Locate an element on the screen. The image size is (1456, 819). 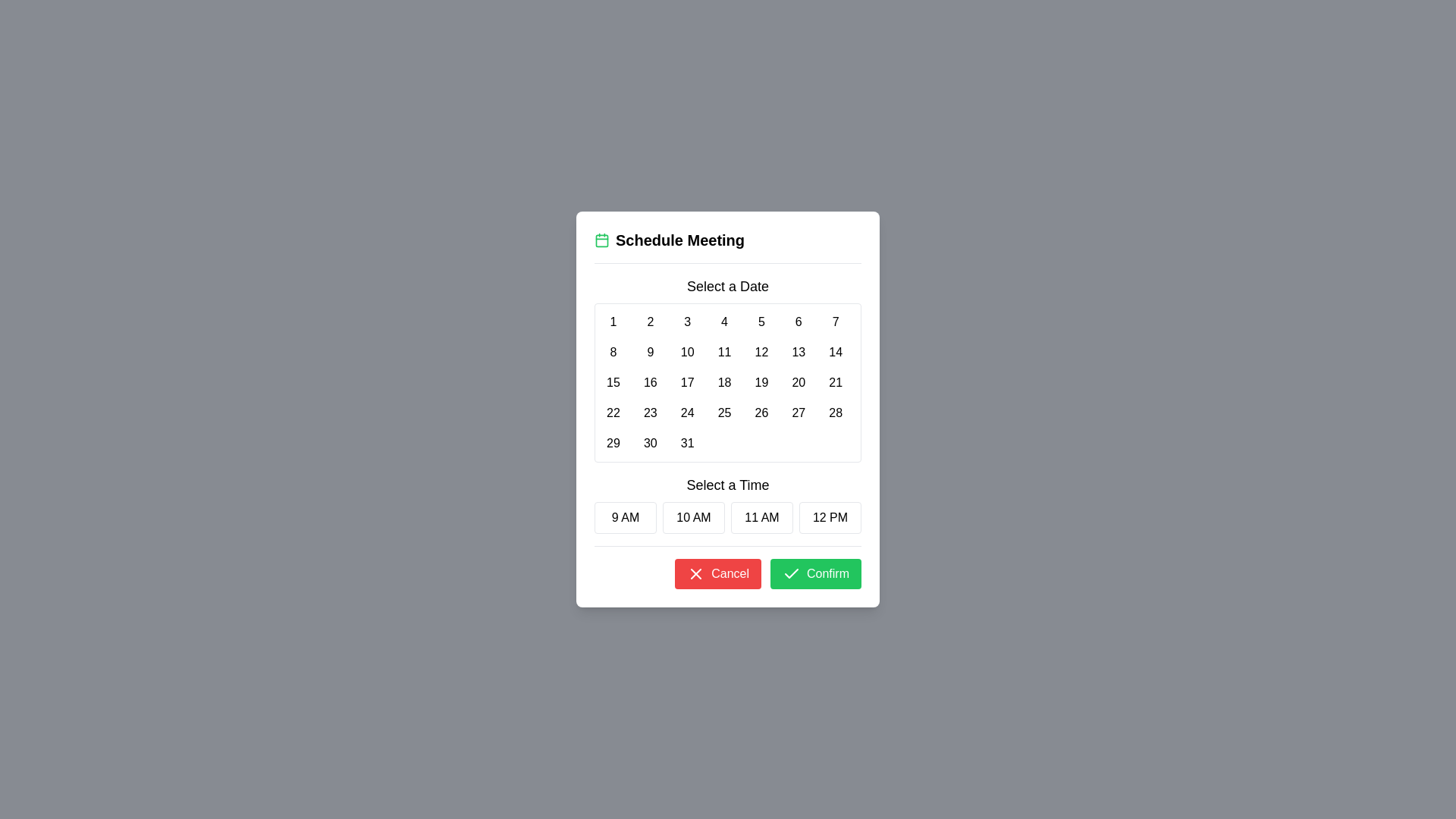
the small white circle-shaped button displaying the number '10' in bold black font to confirm the date is located at coordinates (686, 353).